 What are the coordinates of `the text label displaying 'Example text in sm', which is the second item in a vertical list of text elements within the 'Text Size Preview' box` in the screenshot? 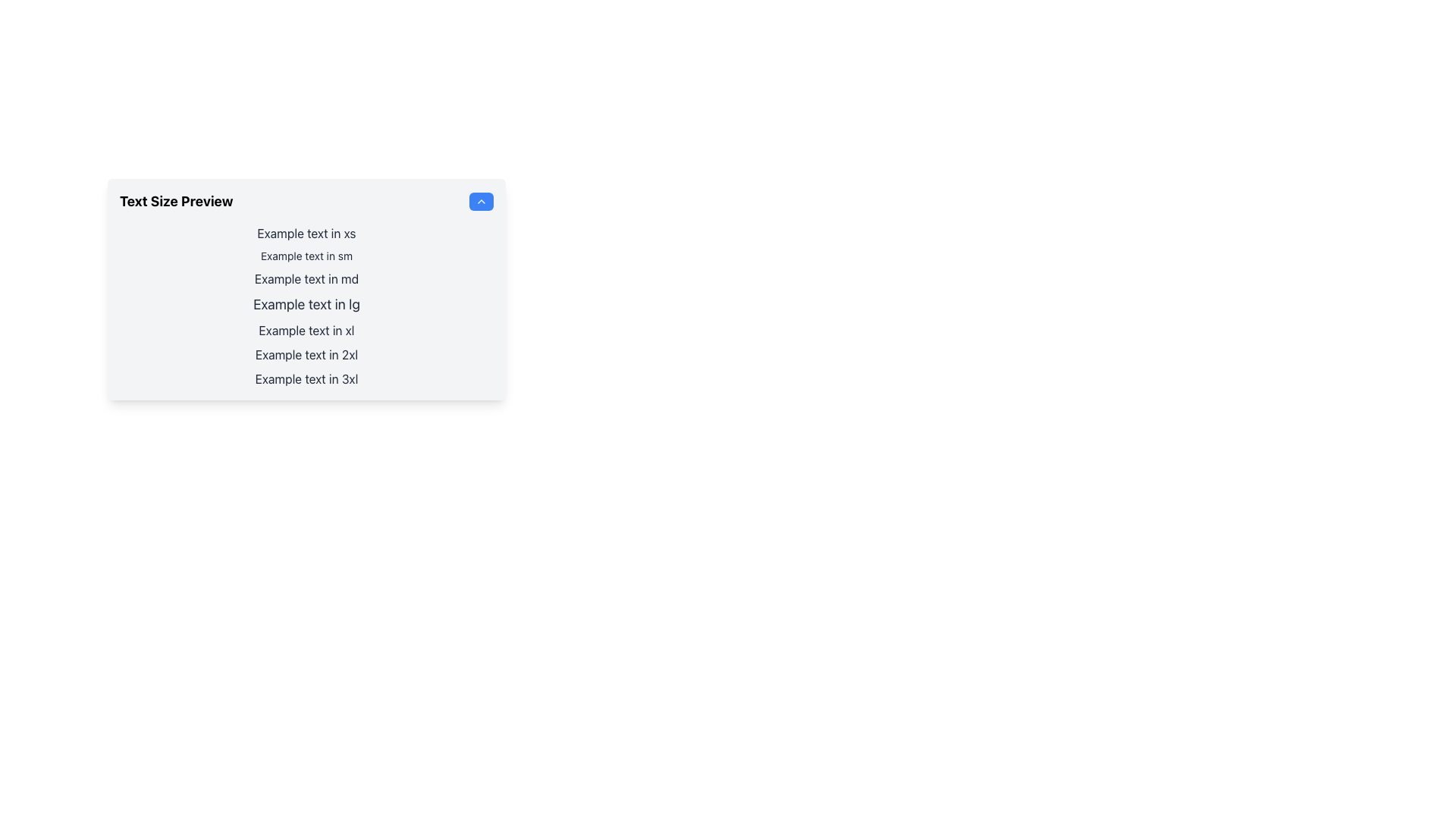 It's located at (306, 256).